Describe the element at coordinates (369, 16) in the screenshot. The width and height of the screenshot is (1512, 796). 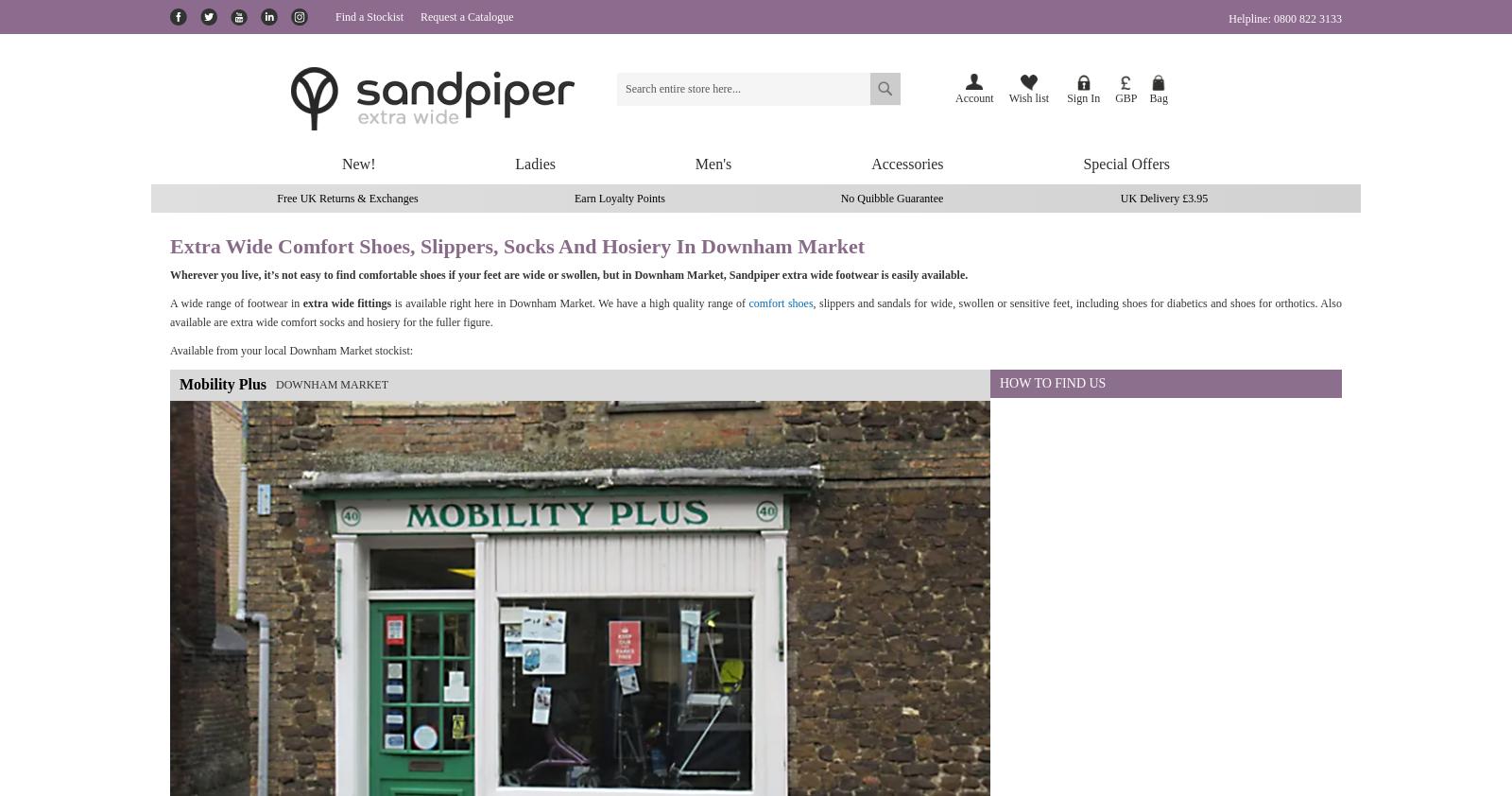
I see `'Find a Stockist'` at that location.